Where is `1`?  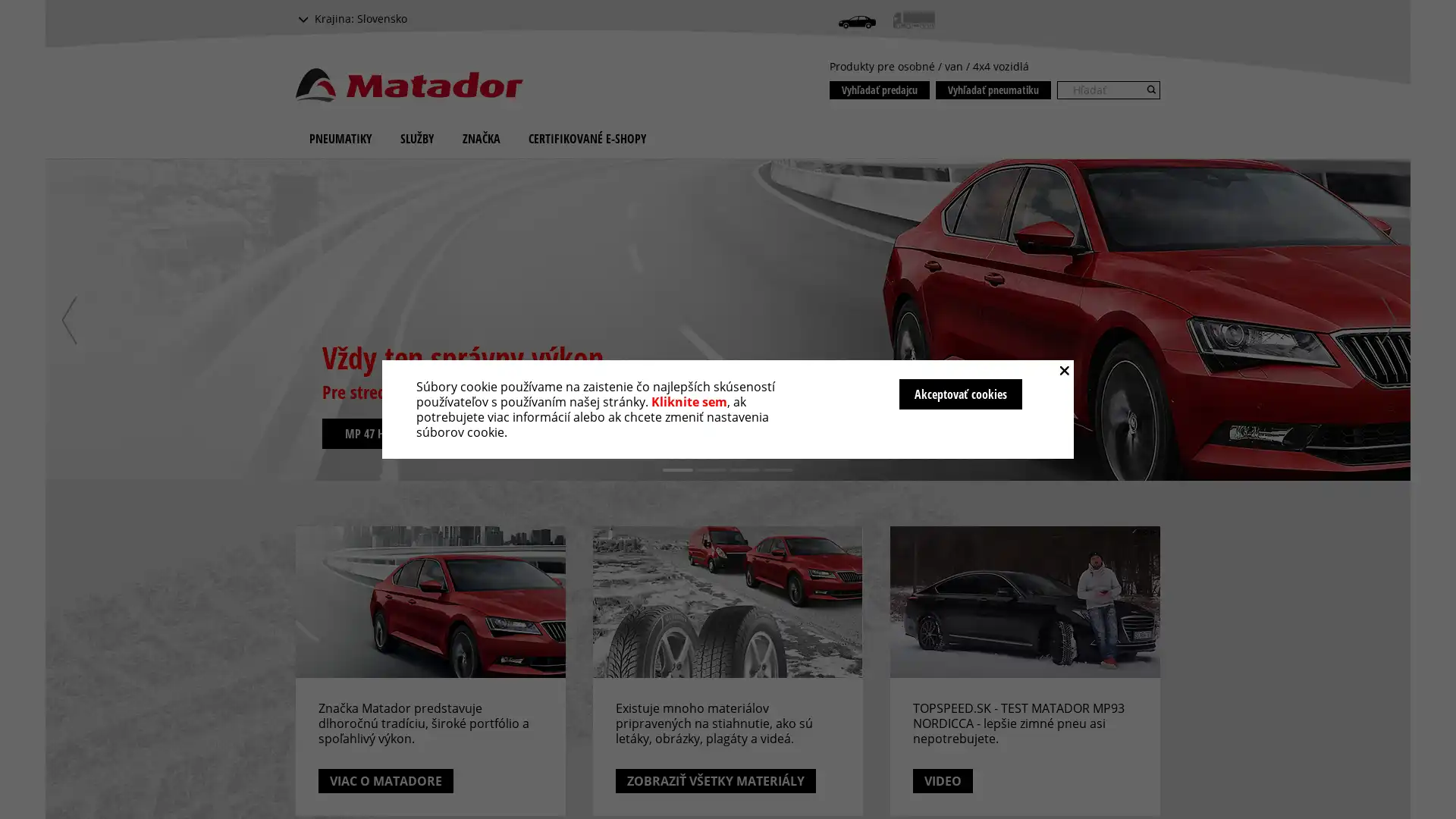 1 is located at coordinates (676, 469).